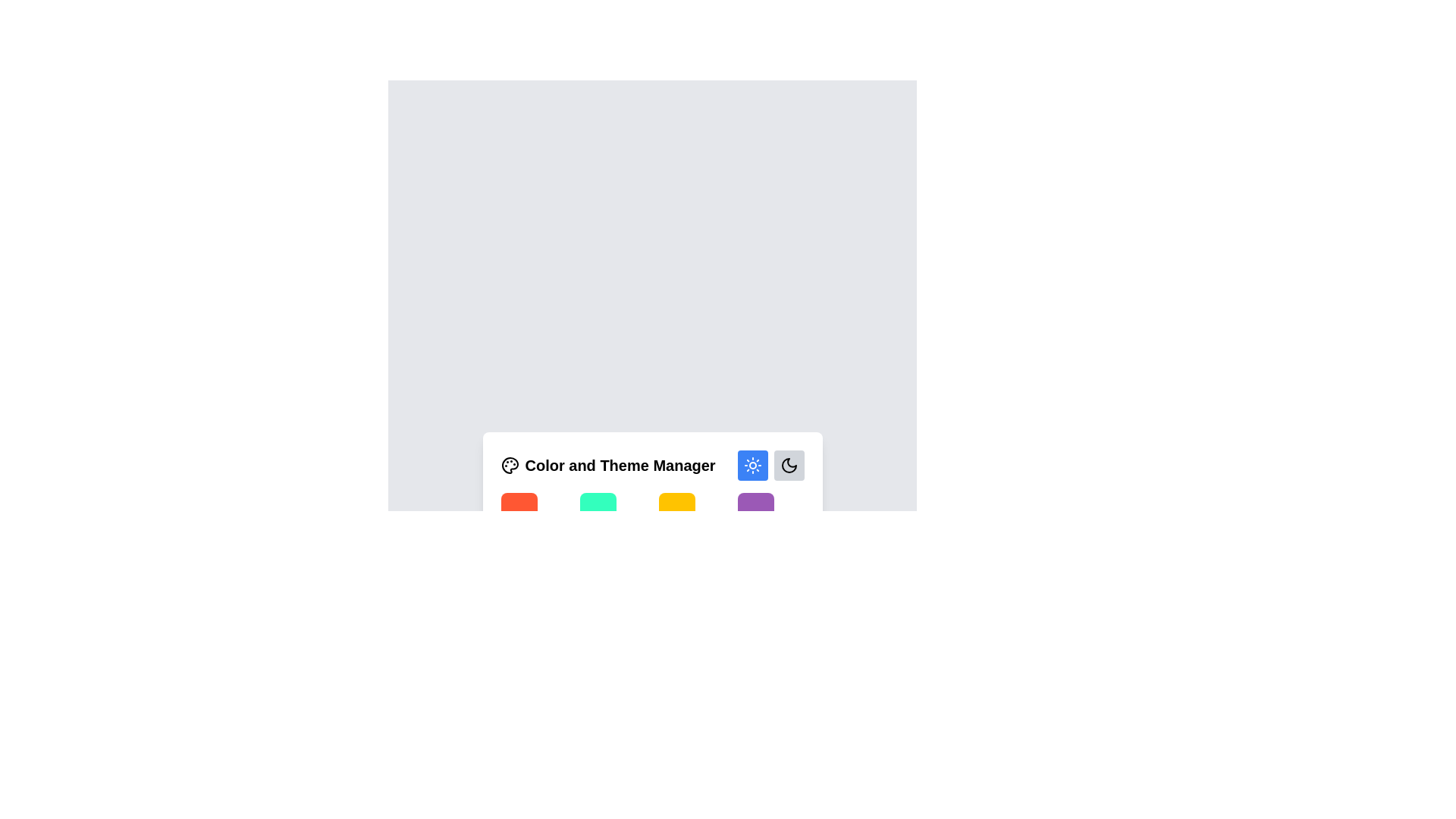  What do you see at coordinates (652, 489) in the screenshot?
I see `the individual buttons within the control panel for managing color themes, which is centered in the viewport and slightly below the vertical center` at bounding box center [652, 489].